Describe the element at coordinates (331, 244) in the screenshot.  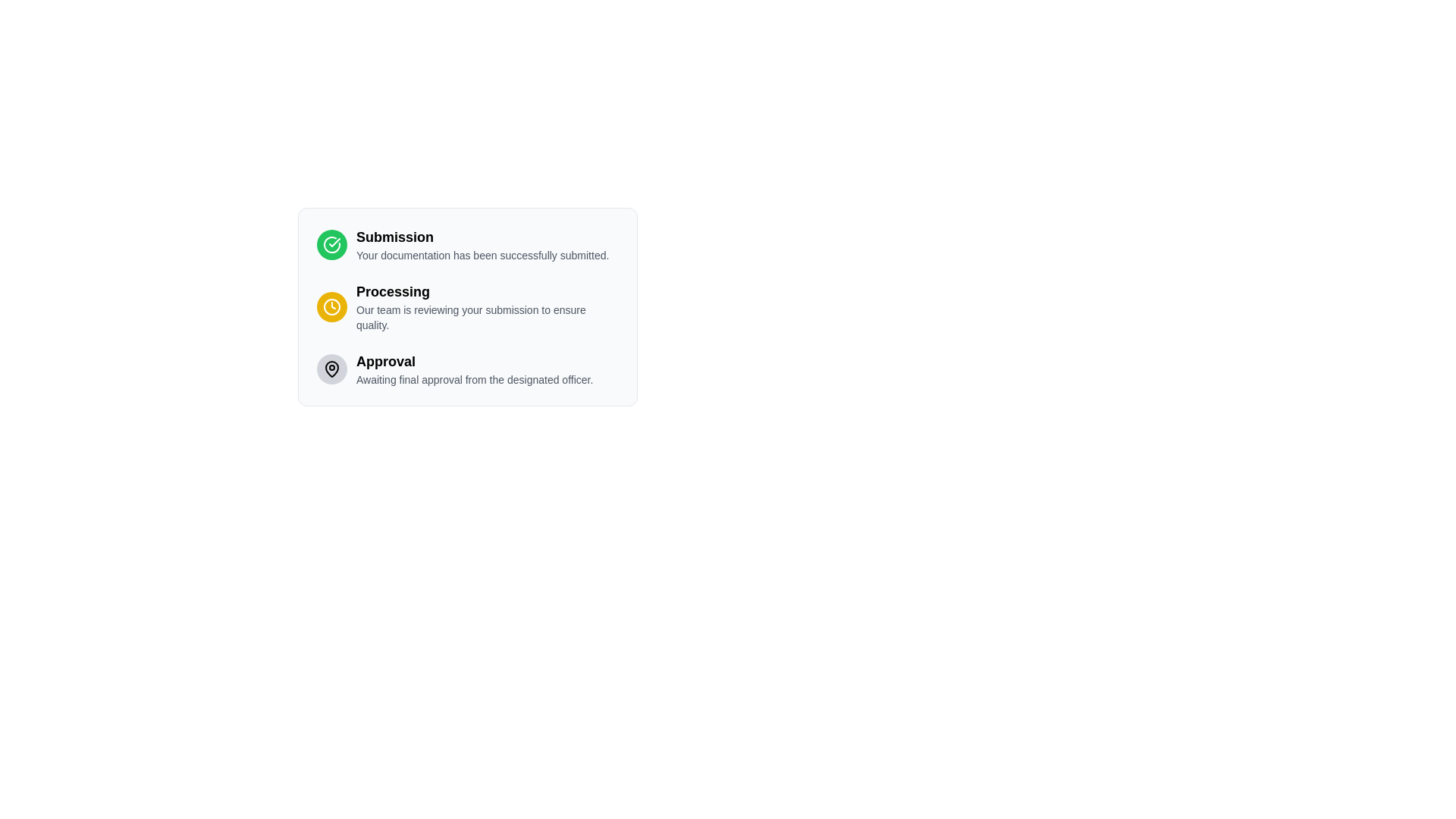
I see `the status icon indicator that visually indicates the successful completion of a submission process, located to the left of the text 'Submission' and the description 'Your documentation has been successfully submitted.'` at that location.